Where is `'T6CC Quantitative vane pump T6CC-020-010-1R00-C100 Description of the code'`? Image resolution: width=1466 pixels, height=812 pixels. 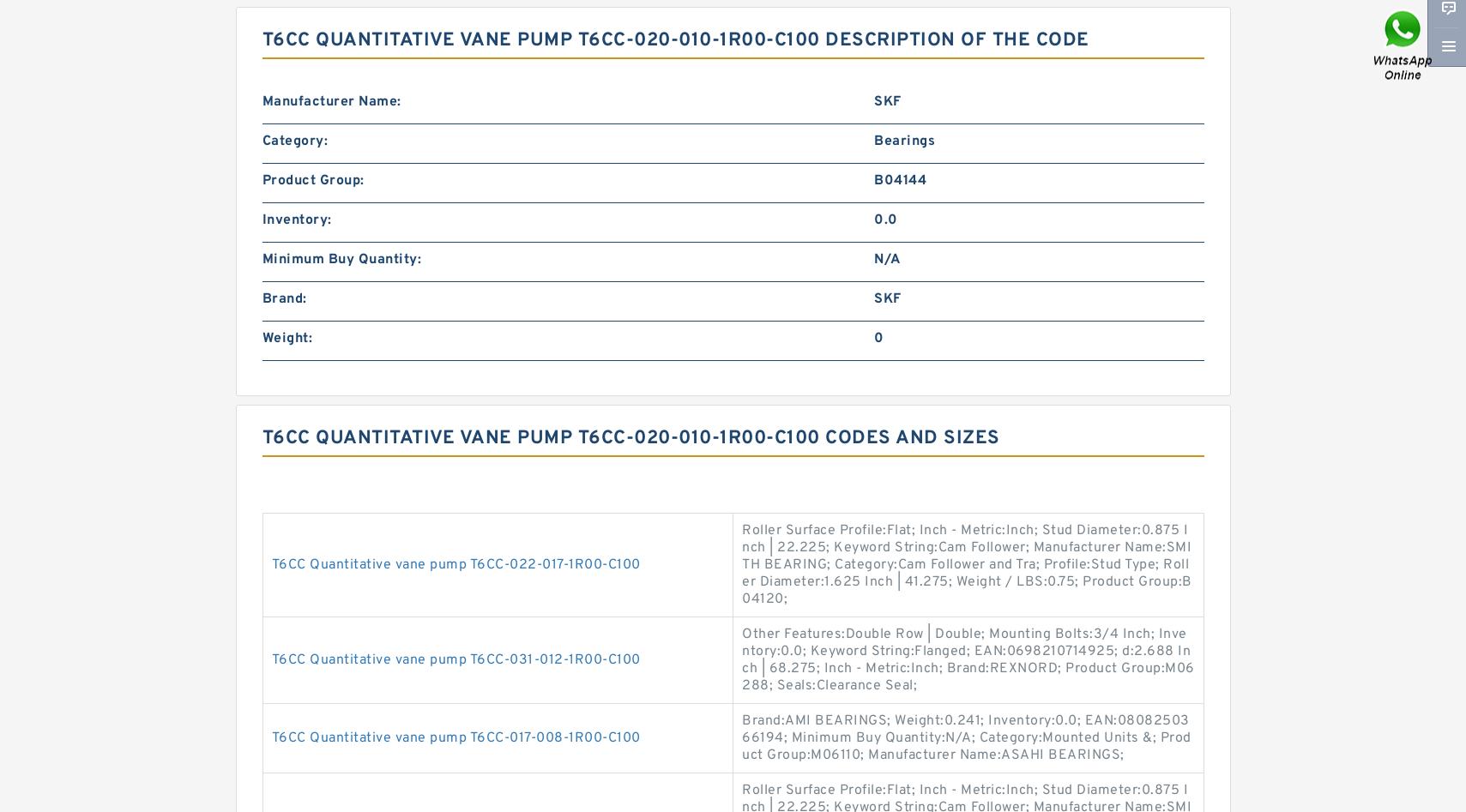
'T6CC Quantitative vane pump T6CC-020-010-1R00-C100 Description of the code' is located at coordinates (261, 40).